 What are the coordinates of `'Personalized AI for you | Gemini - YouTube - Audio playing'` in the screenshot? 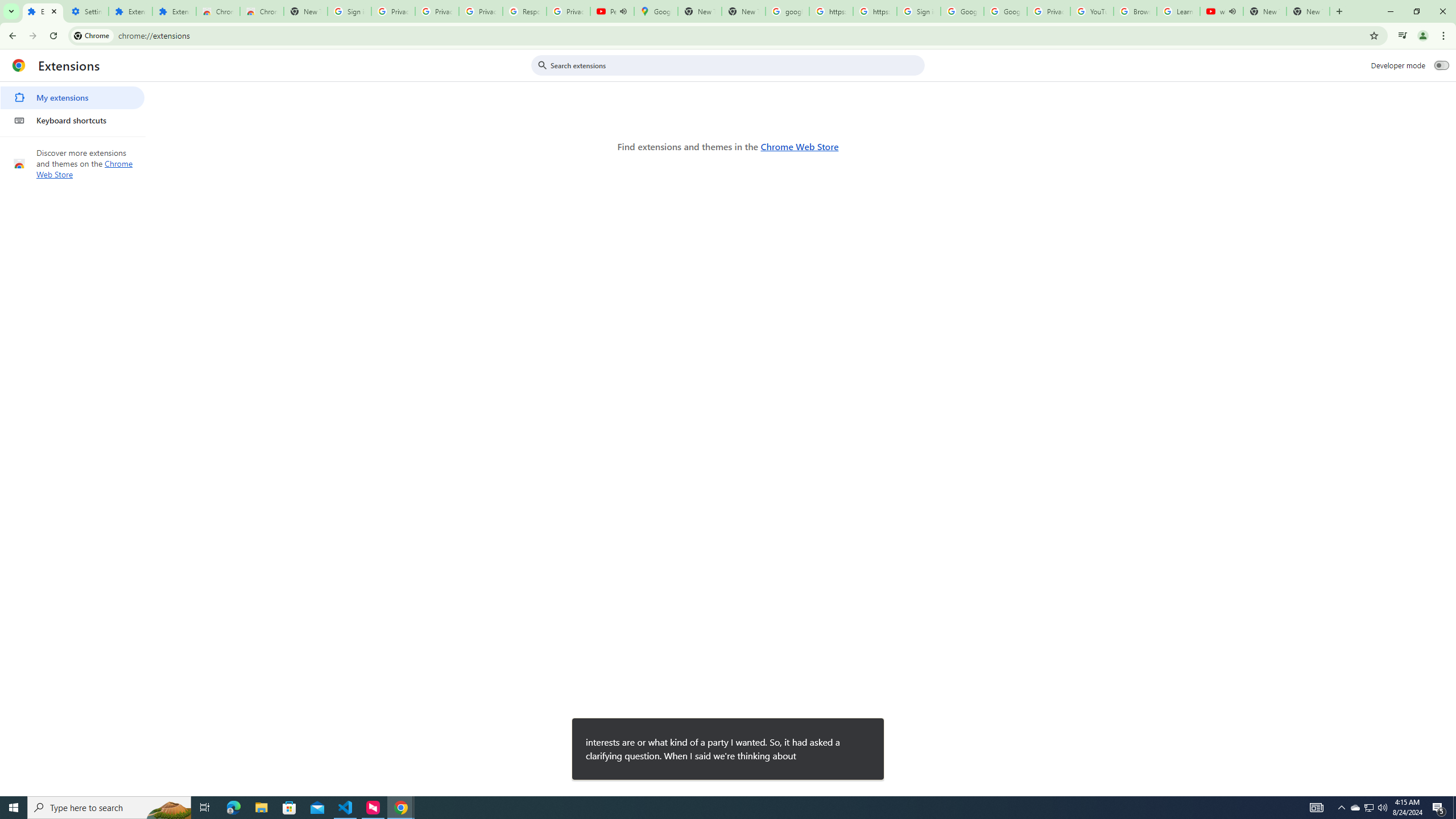 It's located at (612, 11).